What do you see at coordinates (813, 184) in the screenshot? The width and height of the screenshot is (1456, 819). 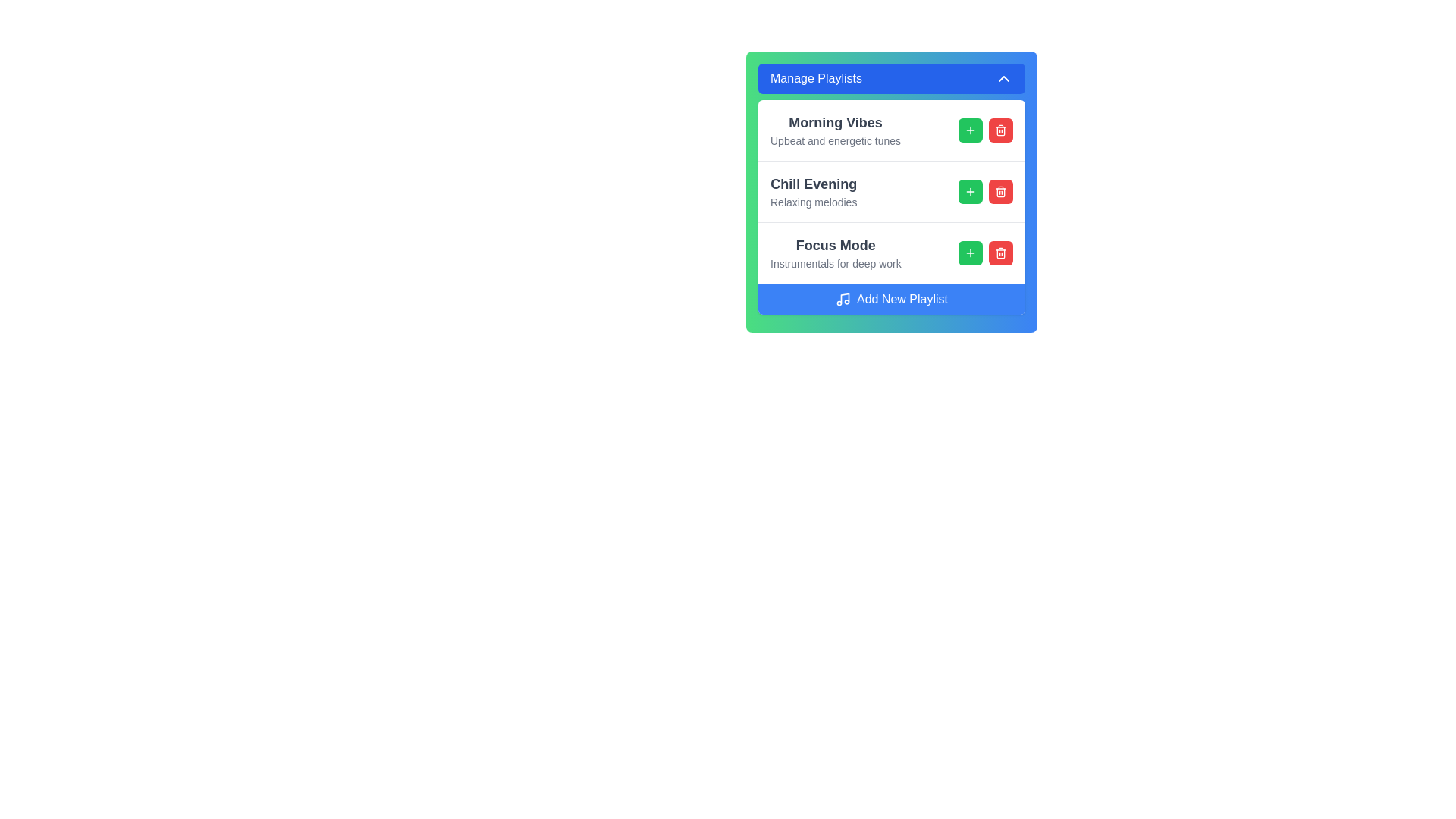 I see `the text label that displays the title of the playlist section, allowing the user to identify it within the interface` at bounding box center [813, 184].